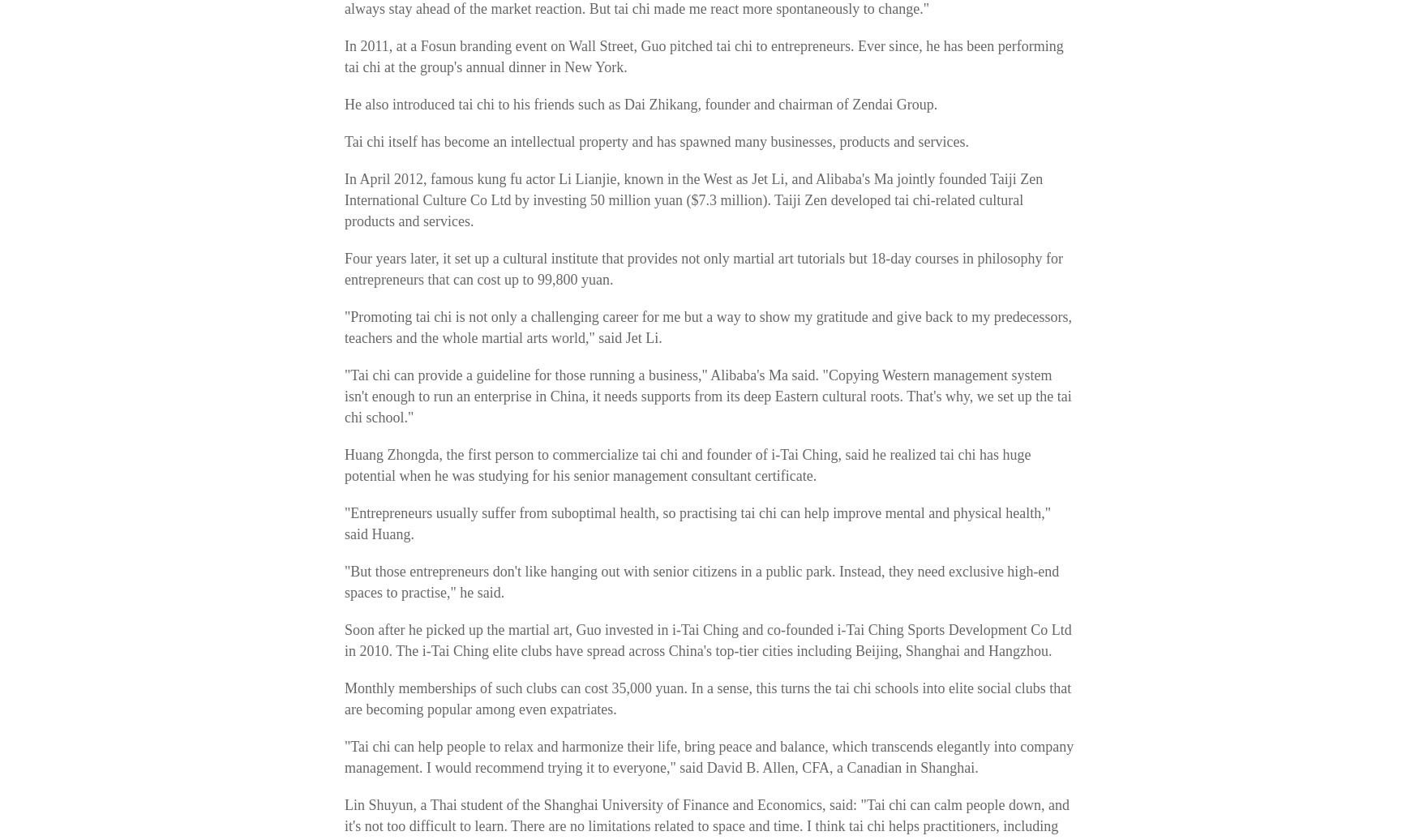 This screenshot has height=840, width=1419. What do you see at coordinates (701, 582) in the screenshot?
I see `'"But those entrepreneurs don't like hanging out with senior citizens in a public park. Instead, they need exclusive high-end spaces to practise," he said.'` at bounding box center [701, 582].